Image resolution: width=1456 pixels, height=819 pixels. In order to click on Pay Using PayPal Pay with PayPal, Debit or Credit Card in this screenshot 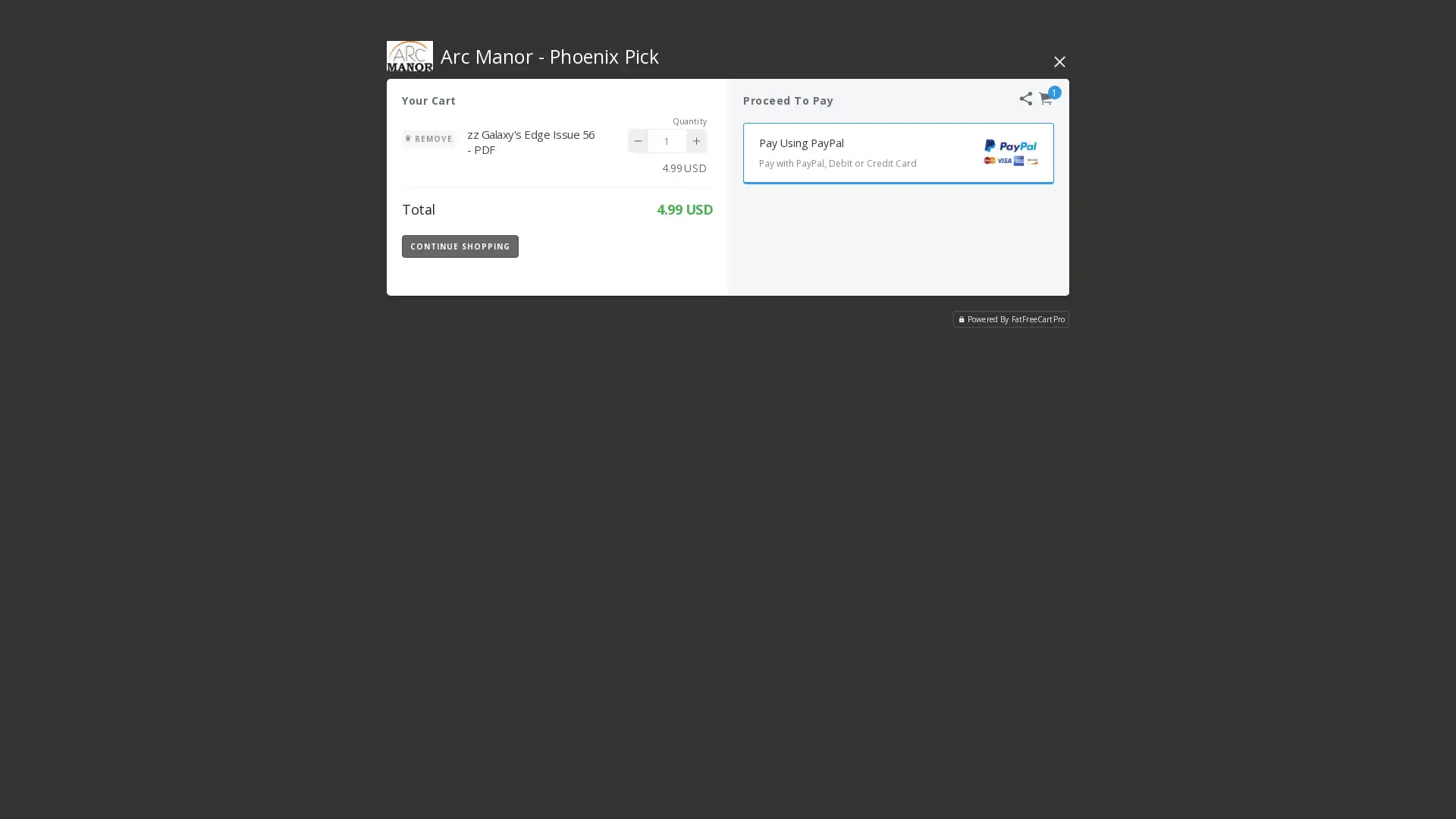, I will do `click(899, 152)`.